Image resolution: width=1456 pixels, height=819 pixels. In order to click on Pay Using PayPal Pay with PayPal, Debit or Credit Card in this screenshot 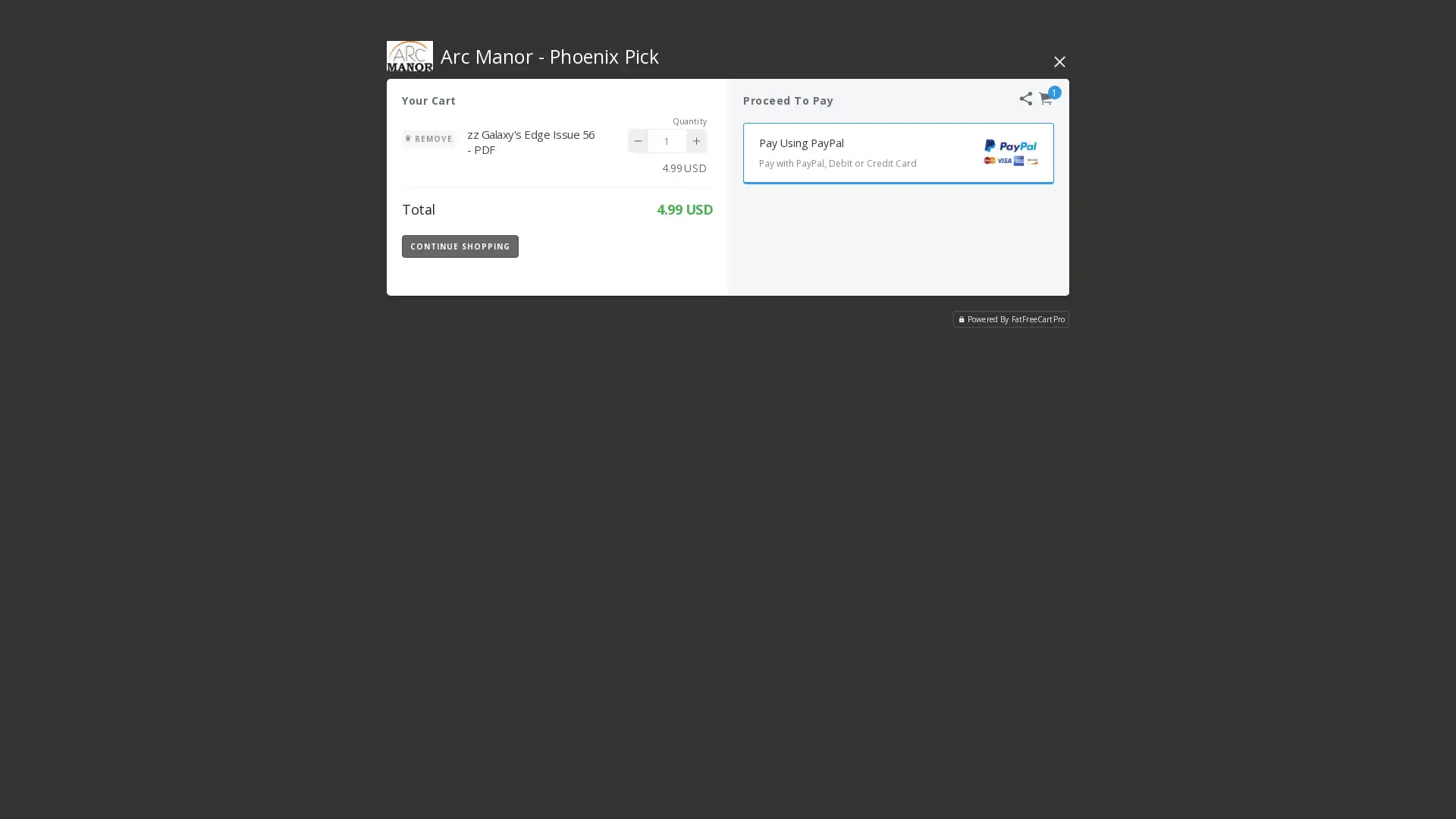, I will do `click(899, 152)`.